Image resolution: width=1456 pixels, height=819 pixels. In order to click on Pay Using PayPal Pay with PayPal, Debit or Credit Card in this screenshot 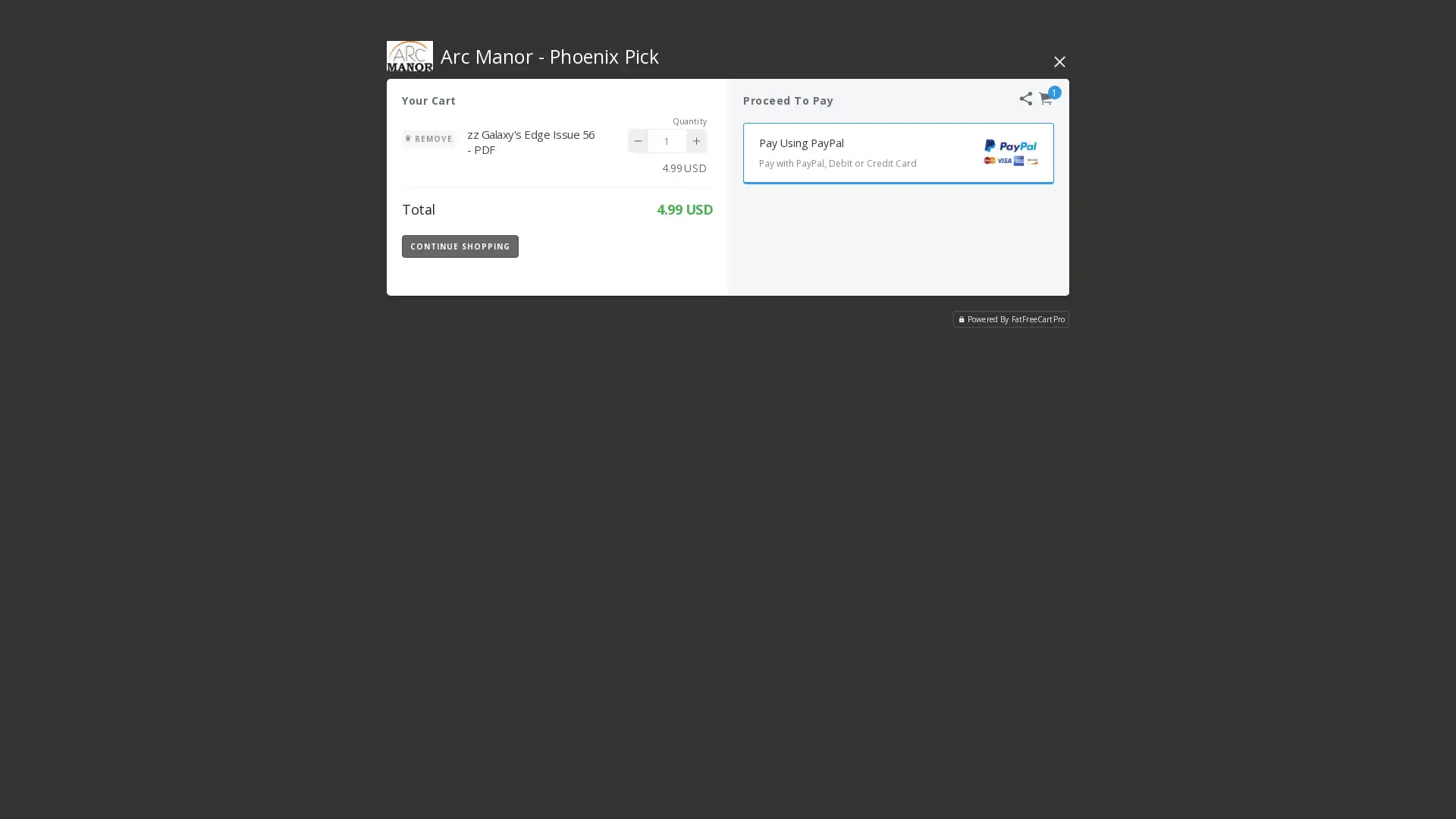, I will do `click(899, 152)`.